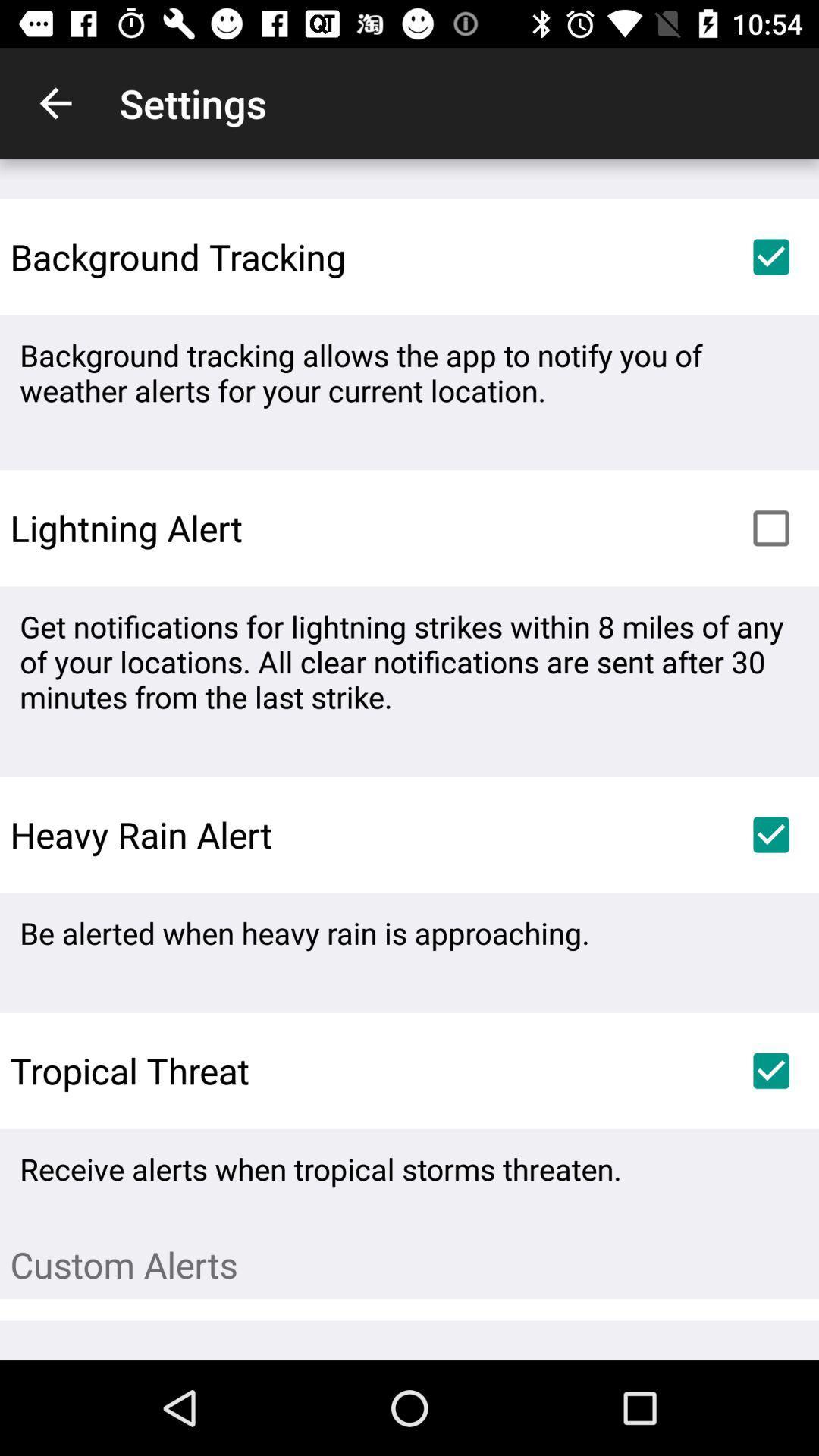 The image size is (819, 1456). I want to click on item above background tracking allows icon, so click(771, 257).